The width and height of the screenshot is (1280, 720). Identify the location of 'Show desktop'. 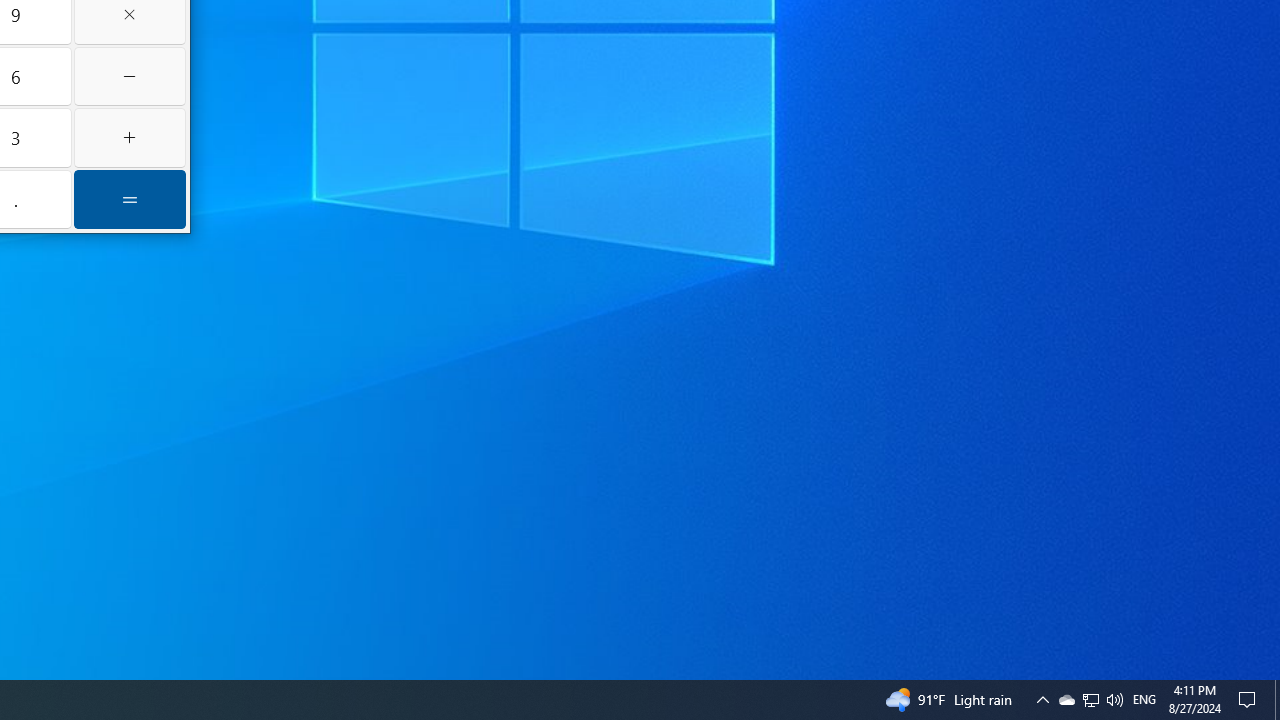
(1276, 698).